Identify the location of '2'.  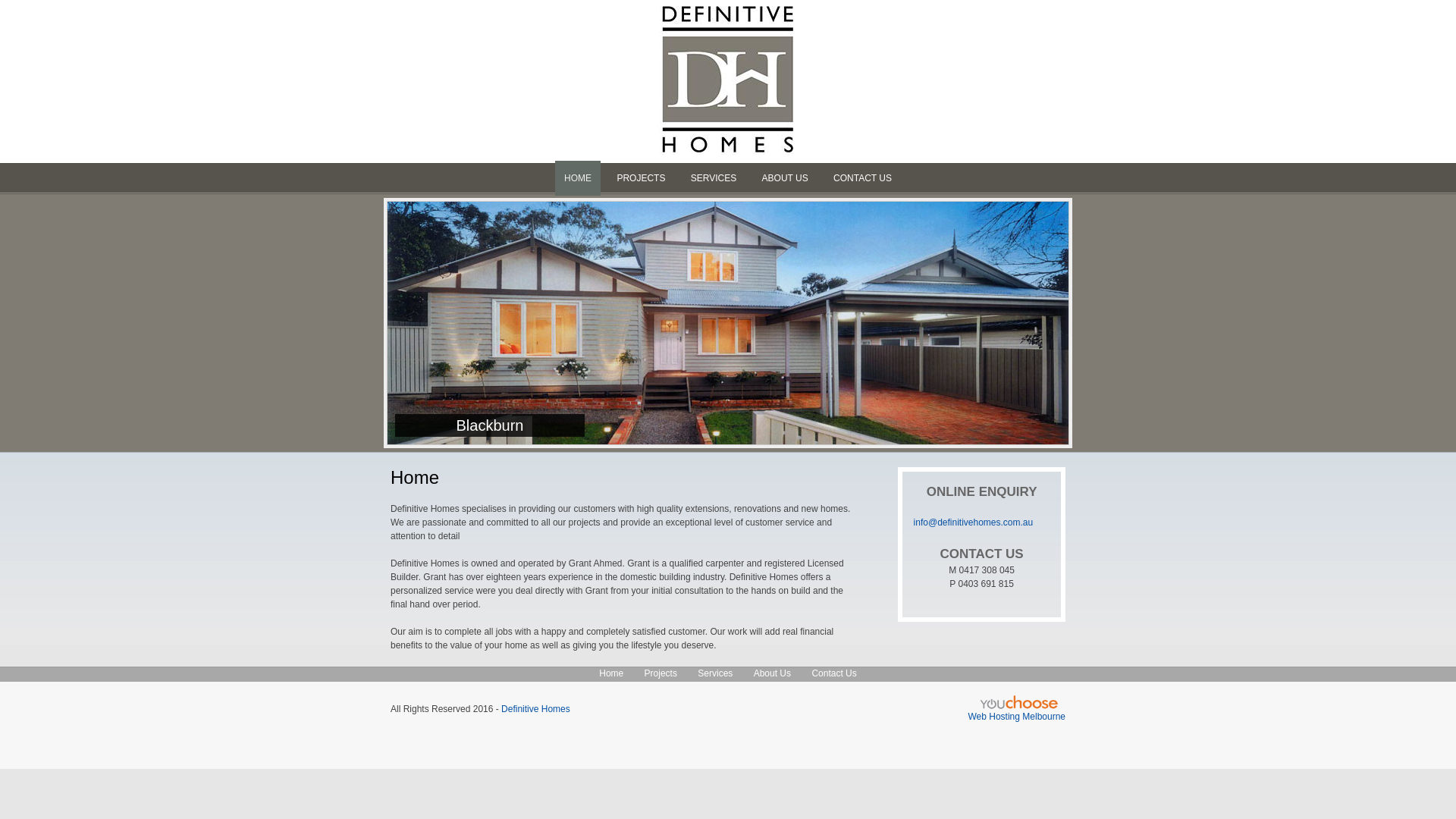
(710, 213).